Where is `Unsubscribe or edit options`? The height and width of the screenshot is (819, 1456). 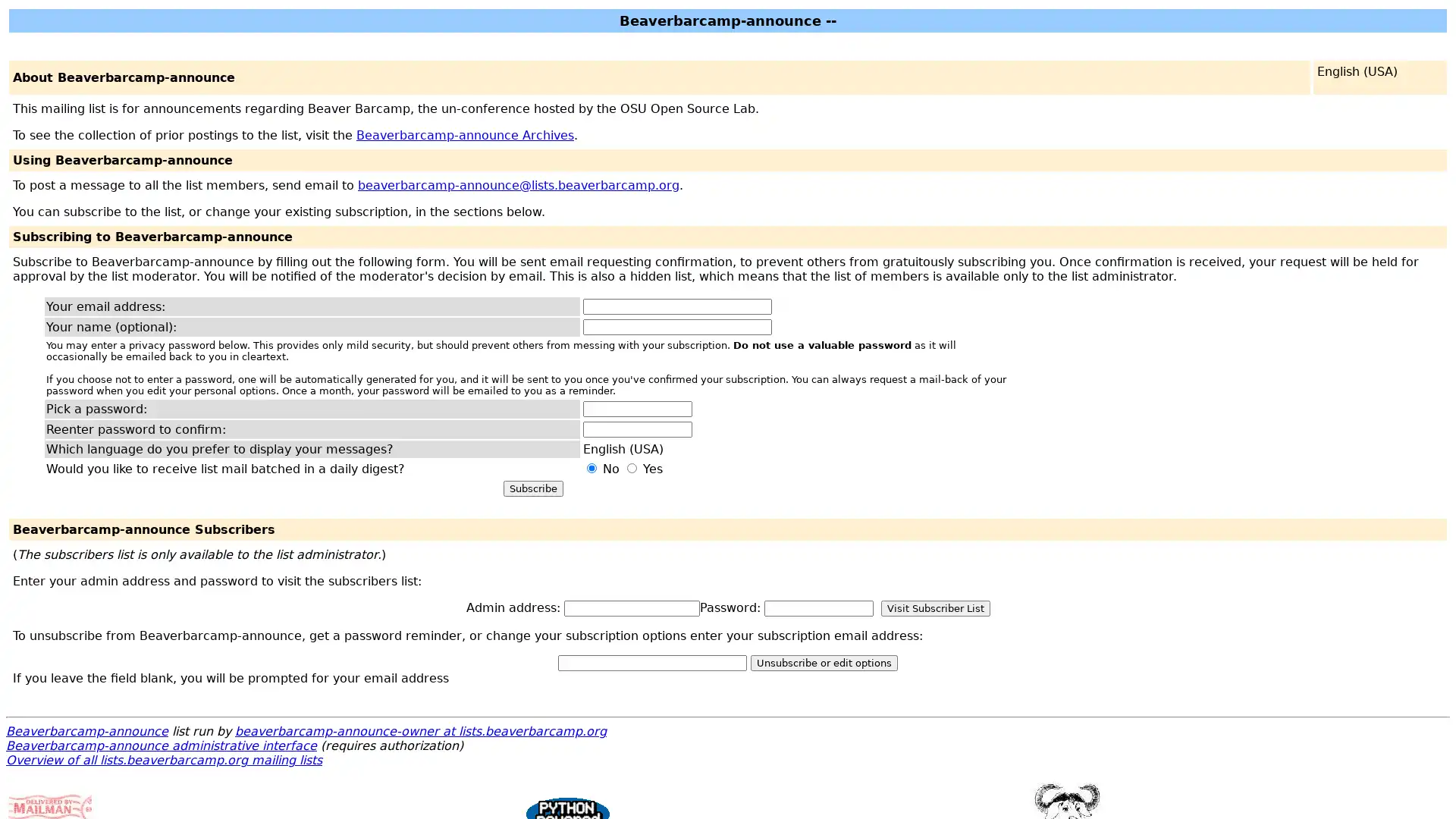 Unsubscribe or edit options is located at coordinates (823, 662).